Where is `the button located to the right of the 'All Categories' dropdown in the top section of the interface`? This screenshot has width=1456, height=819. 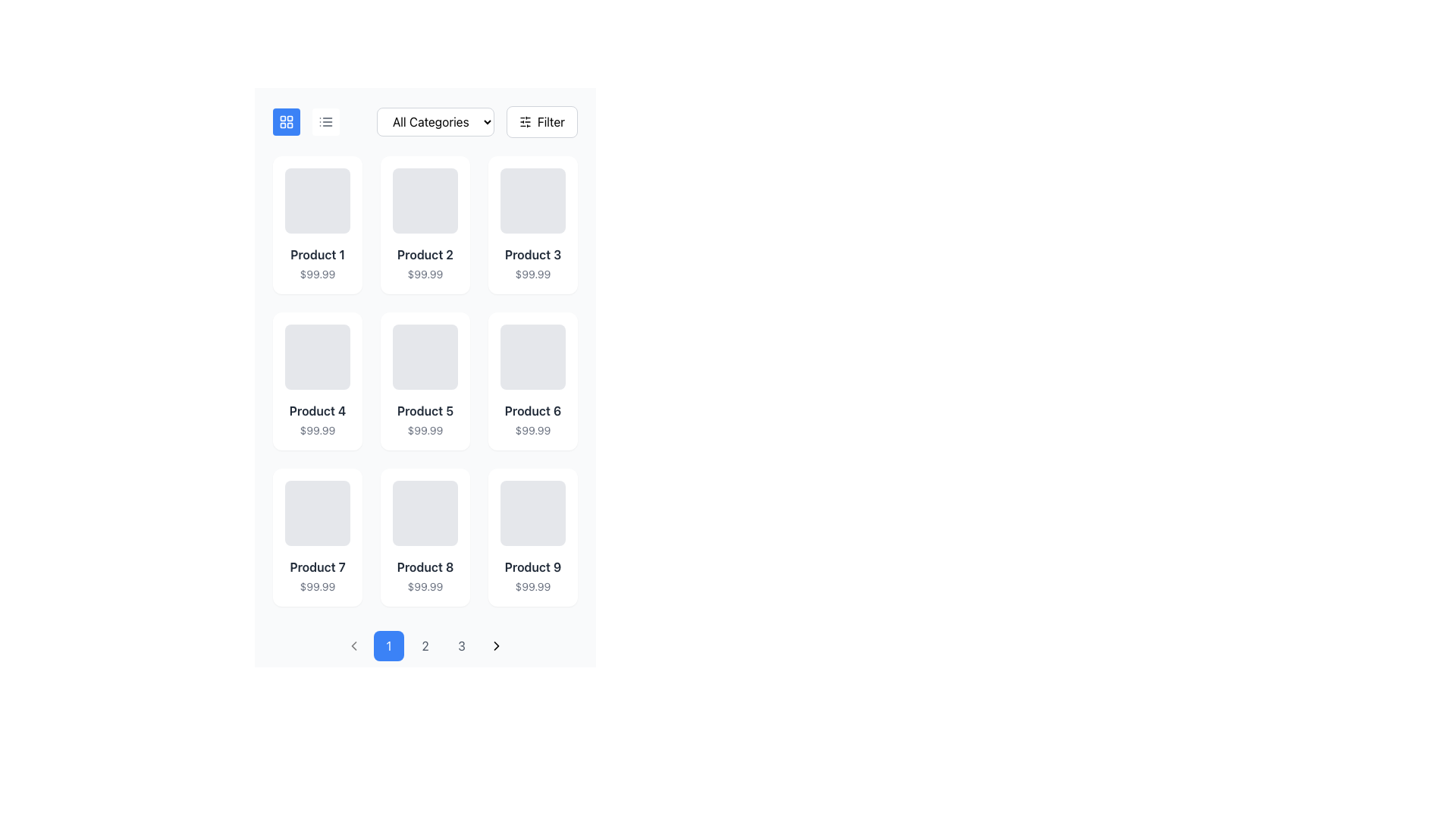
the button located to the right of the 'All Categories' dropdown in the top section of the interface is located at coordinates (541, 121).